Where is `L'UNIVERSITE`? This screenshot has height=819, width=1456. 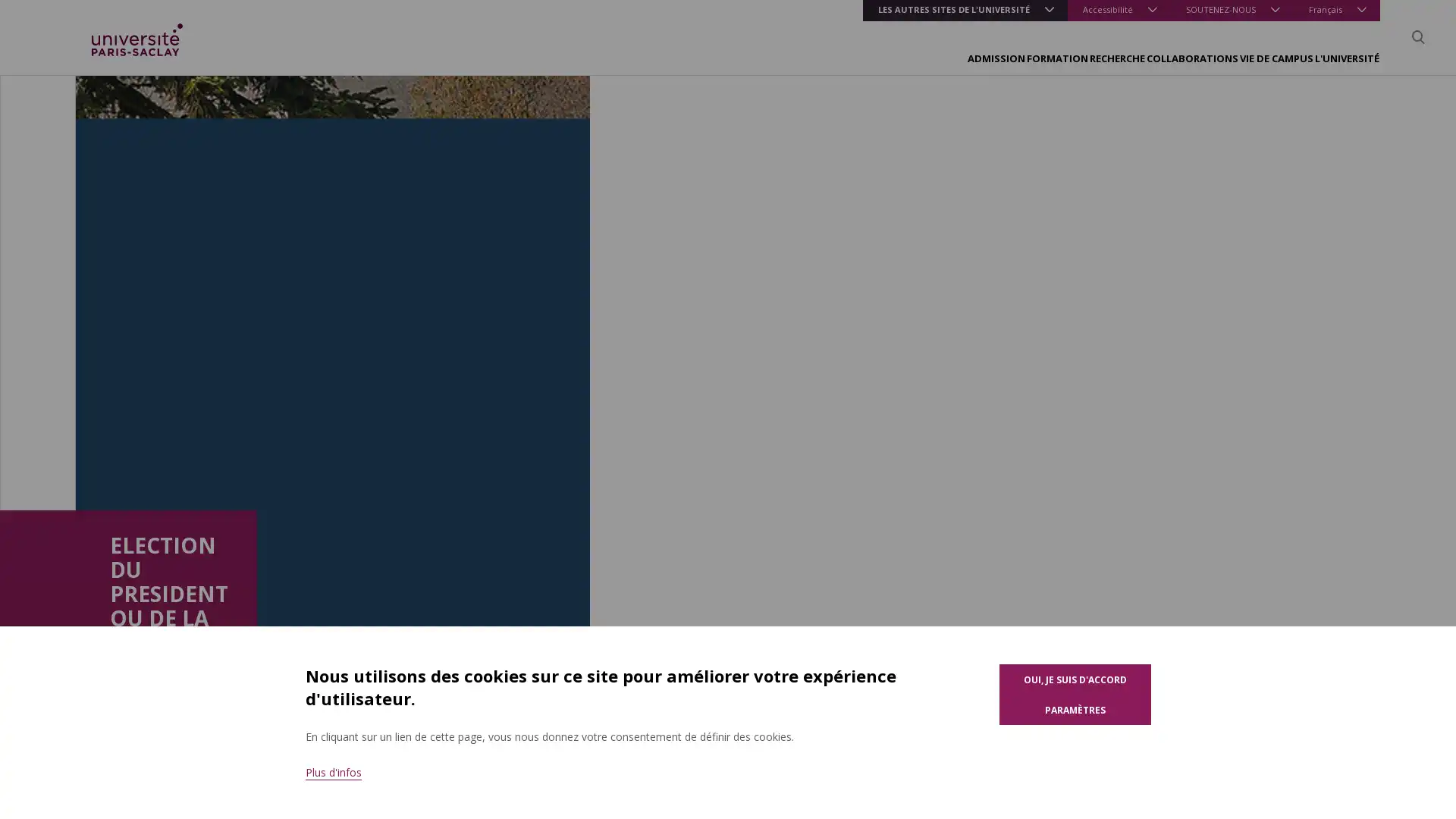 L'UNIVERSITE is located at coordinates (1324, 52).